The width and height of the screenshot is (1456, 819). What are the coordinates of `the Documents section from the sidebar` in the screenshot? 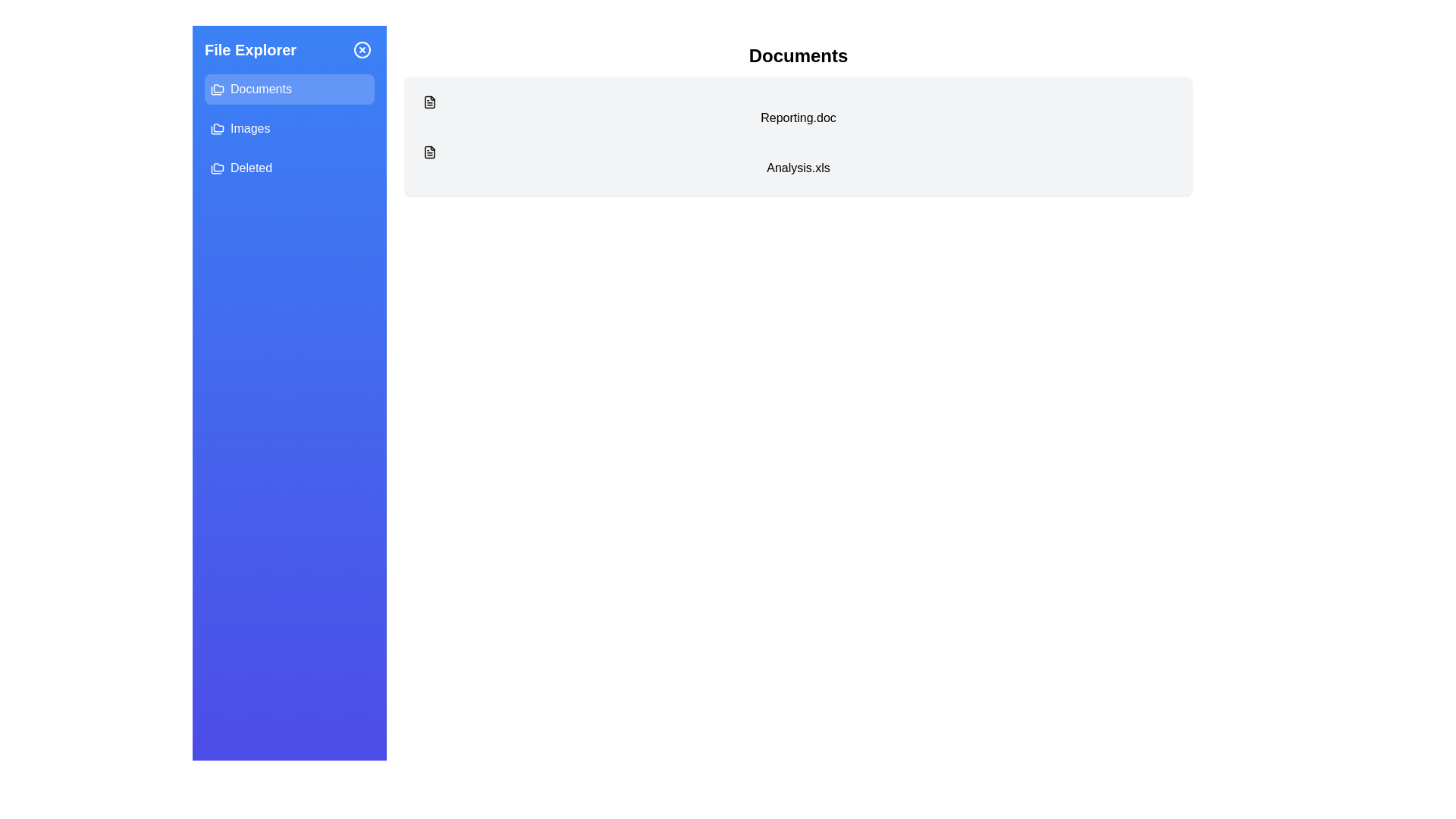 It's located at (290, 89).